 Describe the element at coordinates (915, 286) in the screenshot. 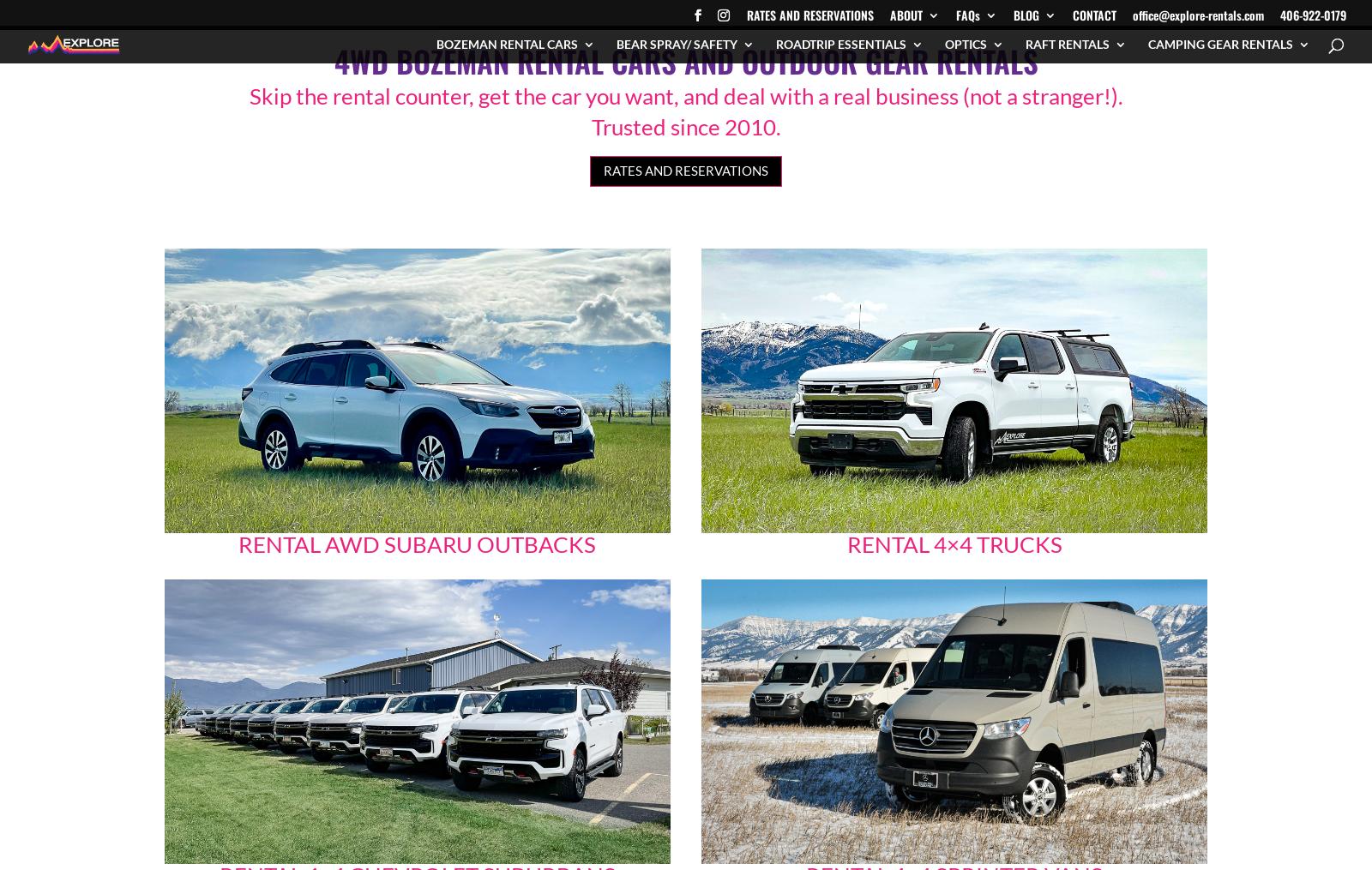

I see `'Car Rental Policies'` at that location.